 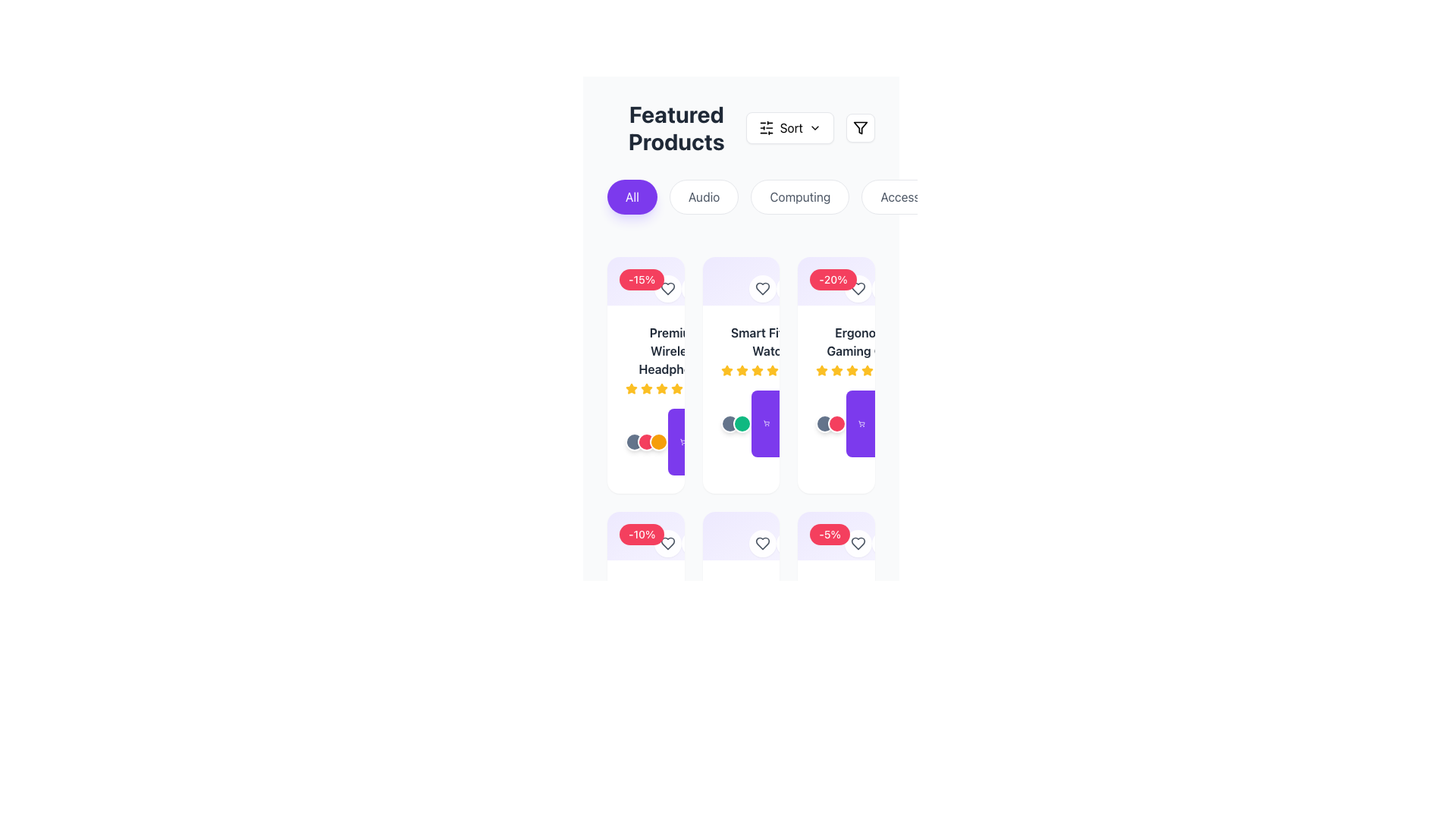 What do you see at coordinates (741, 424) in the screenshot?
I see `the second circular green button with a white border in the product card of the 'Smart Fitness Watch'` at bounding box center [741, 424].